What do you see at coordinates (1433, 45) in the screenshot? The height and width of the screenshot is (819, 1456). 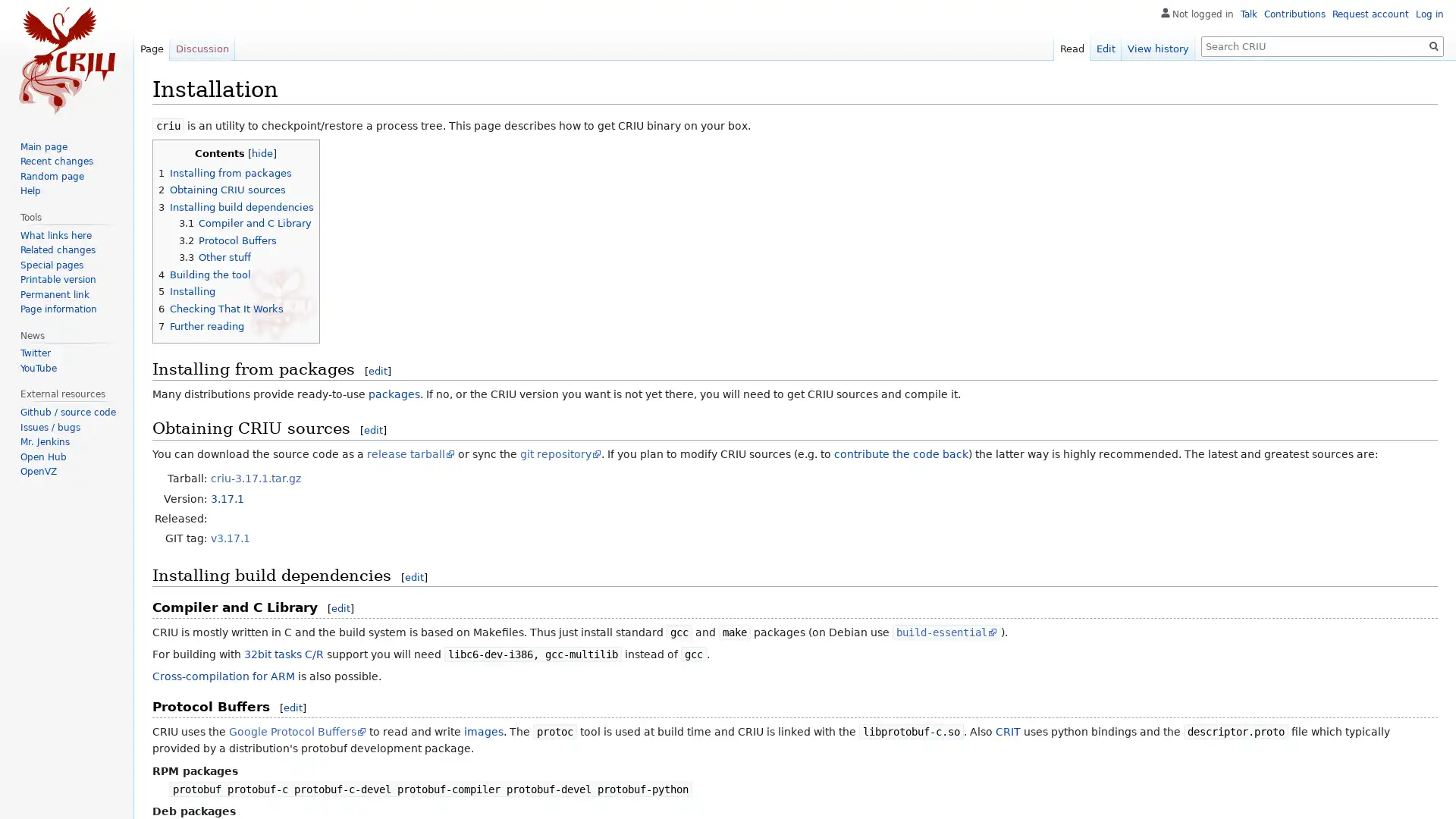 I see `Go` at bounding box center [1433, 45].